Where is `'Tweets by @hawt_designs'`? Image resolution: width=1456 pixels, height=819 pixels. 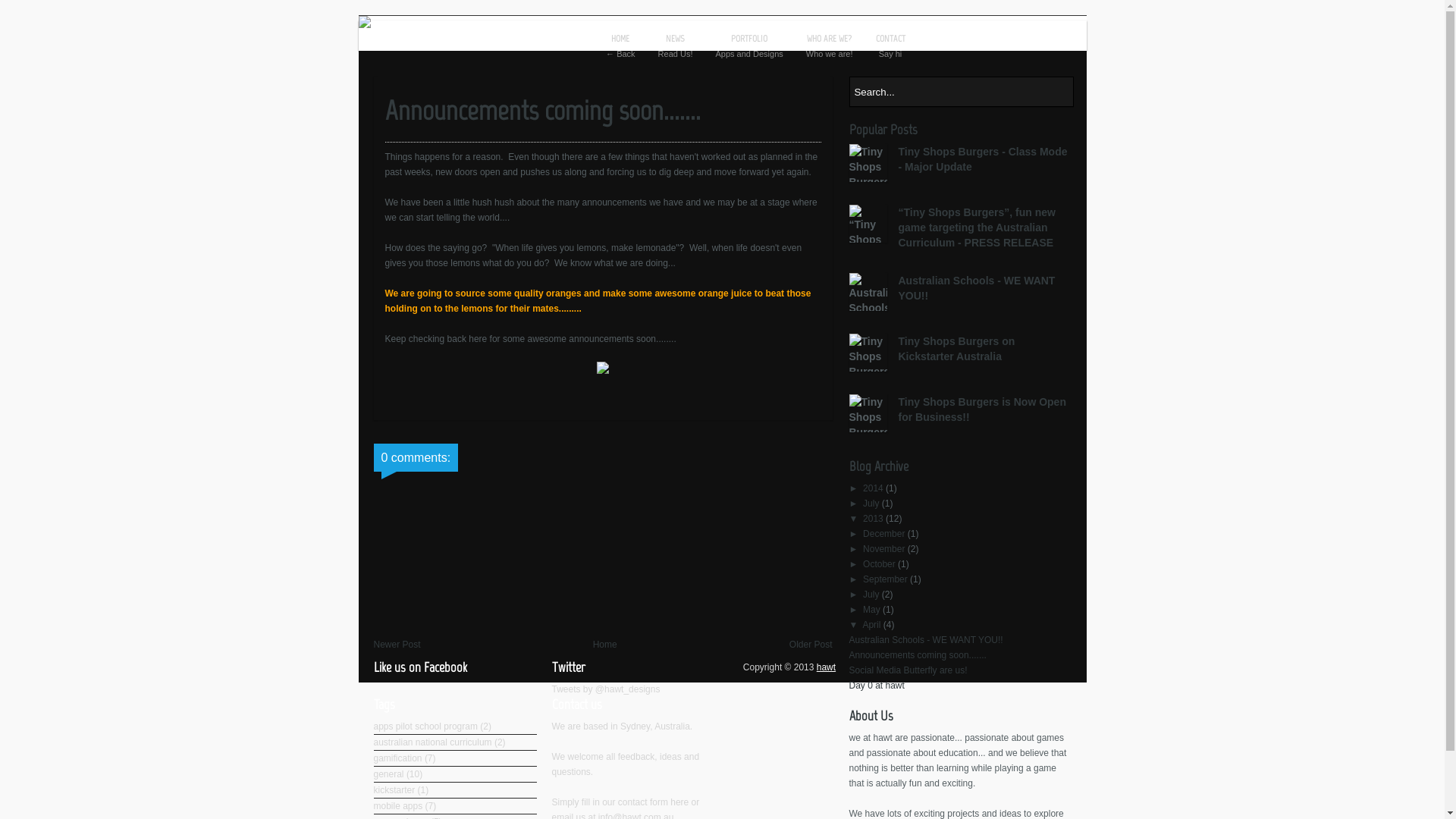
'Tweets by @hawt_designs' is located at coordinates (605, 689).